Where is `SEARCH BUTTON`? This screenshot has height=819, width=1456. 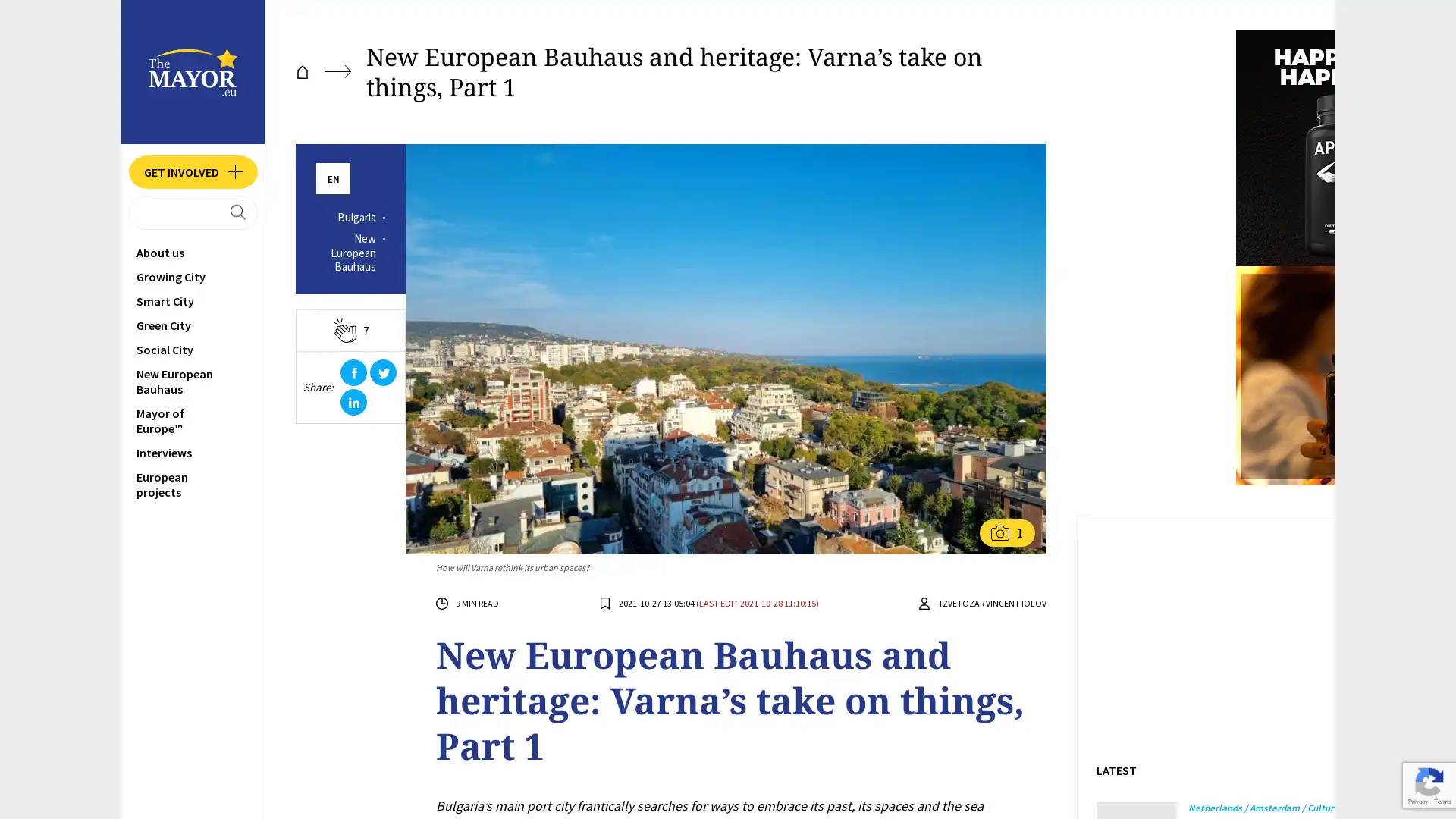
SEARCH BUTTON is located at coordinates (192, 214).